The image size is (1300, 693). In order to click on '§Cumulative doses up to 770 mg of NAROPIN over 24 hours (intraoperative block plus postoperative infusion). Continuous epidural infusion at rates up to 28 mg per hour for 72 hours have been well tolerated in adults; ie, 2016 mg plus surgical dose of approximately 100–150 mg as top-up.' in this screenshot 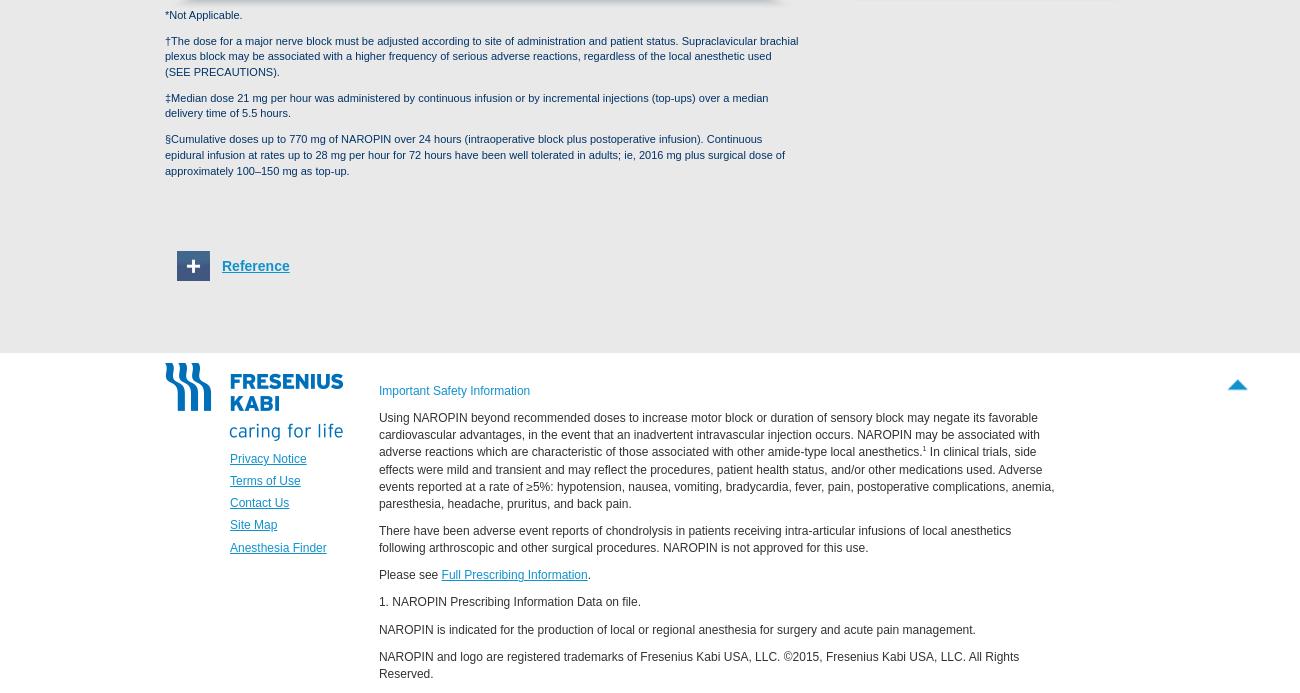, I will do `click(474, 153)`.